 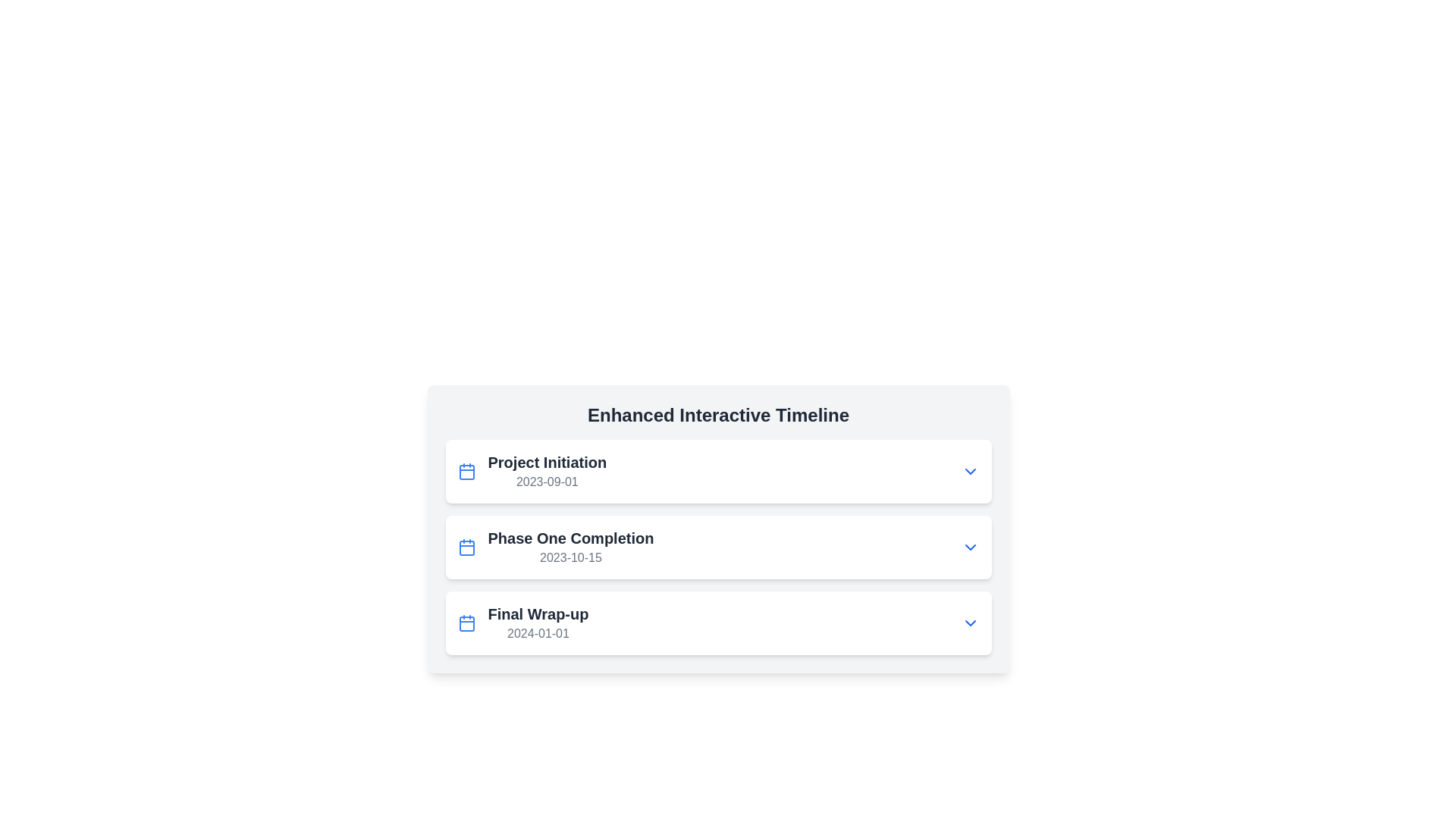 I want to click on the heading text element that labels the first milestone in the Enhanced Interactive Timeline, located above the date '2023-09-01', so click(x=546, y=461).